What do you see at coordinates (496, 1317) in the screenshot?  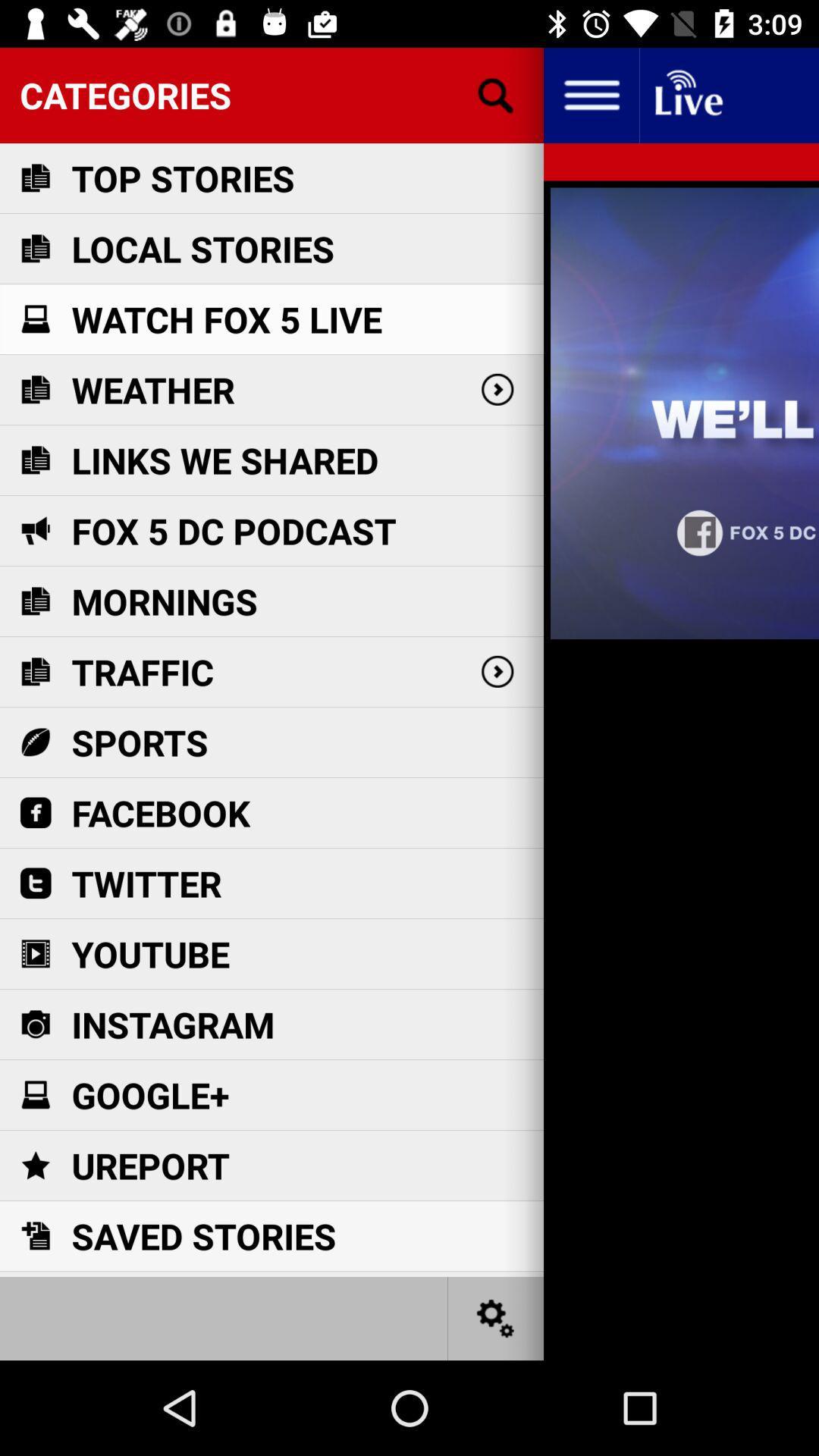 I see `the settings icon` at bounding box center [496, 1317].